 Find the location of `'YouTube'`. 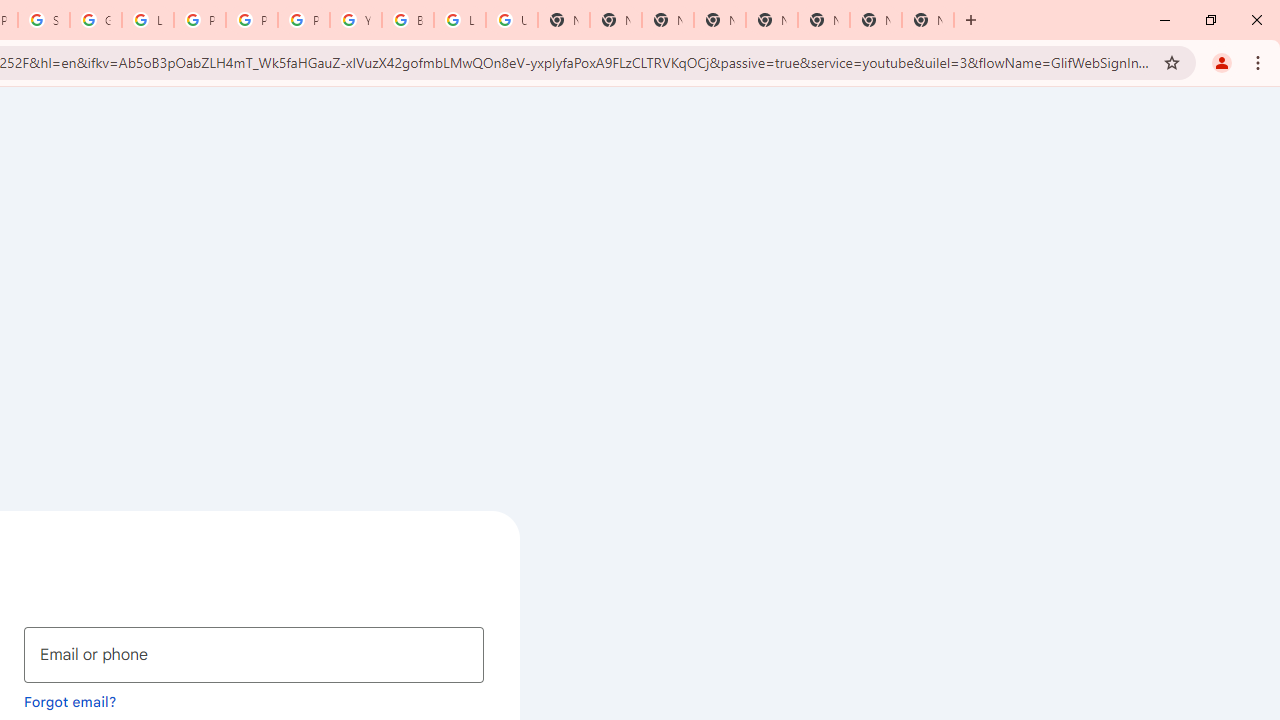

'YouTube' is located at coordinates (355, 20).